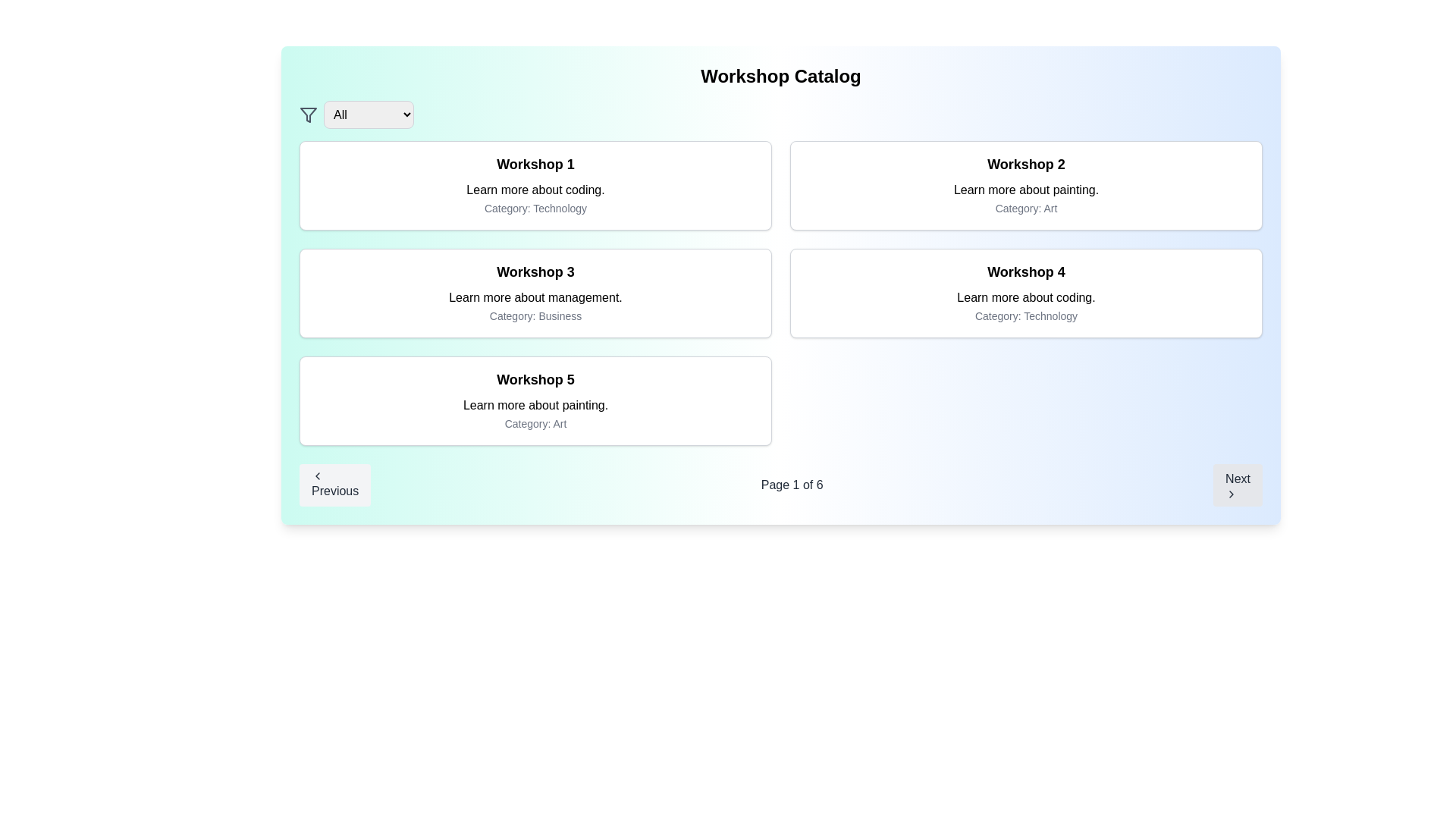 This screenshot has height=819, width=1456. Describe the element at coordinates (1238, 485) in the screenshot. I see `the 'Next' button with a chevron icon located in the bottom-right corner of the navigation bar` at that location.